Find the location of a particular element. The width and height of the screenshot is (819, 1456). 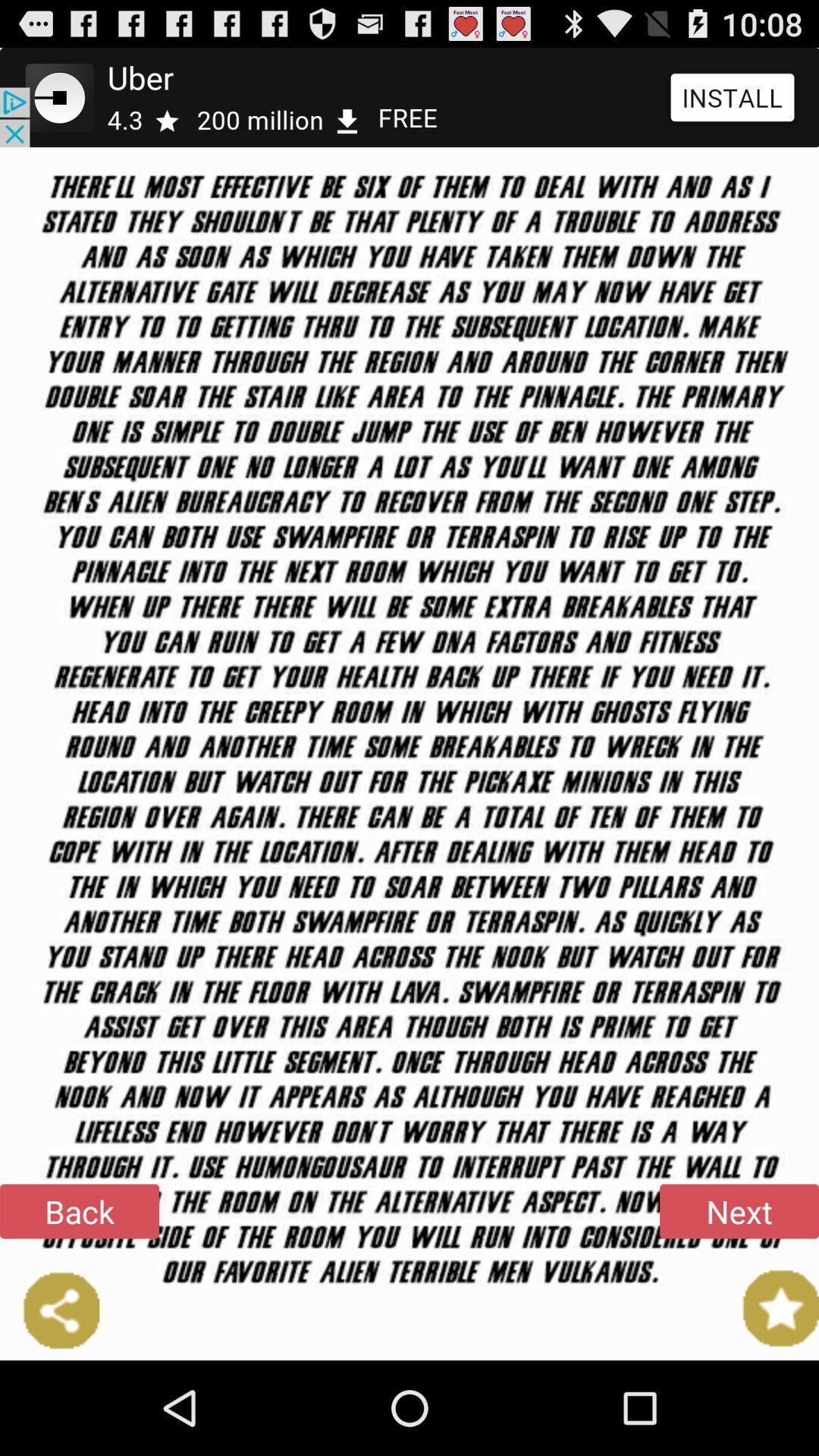

item below the next icon is located at coordinates (769, 1307).